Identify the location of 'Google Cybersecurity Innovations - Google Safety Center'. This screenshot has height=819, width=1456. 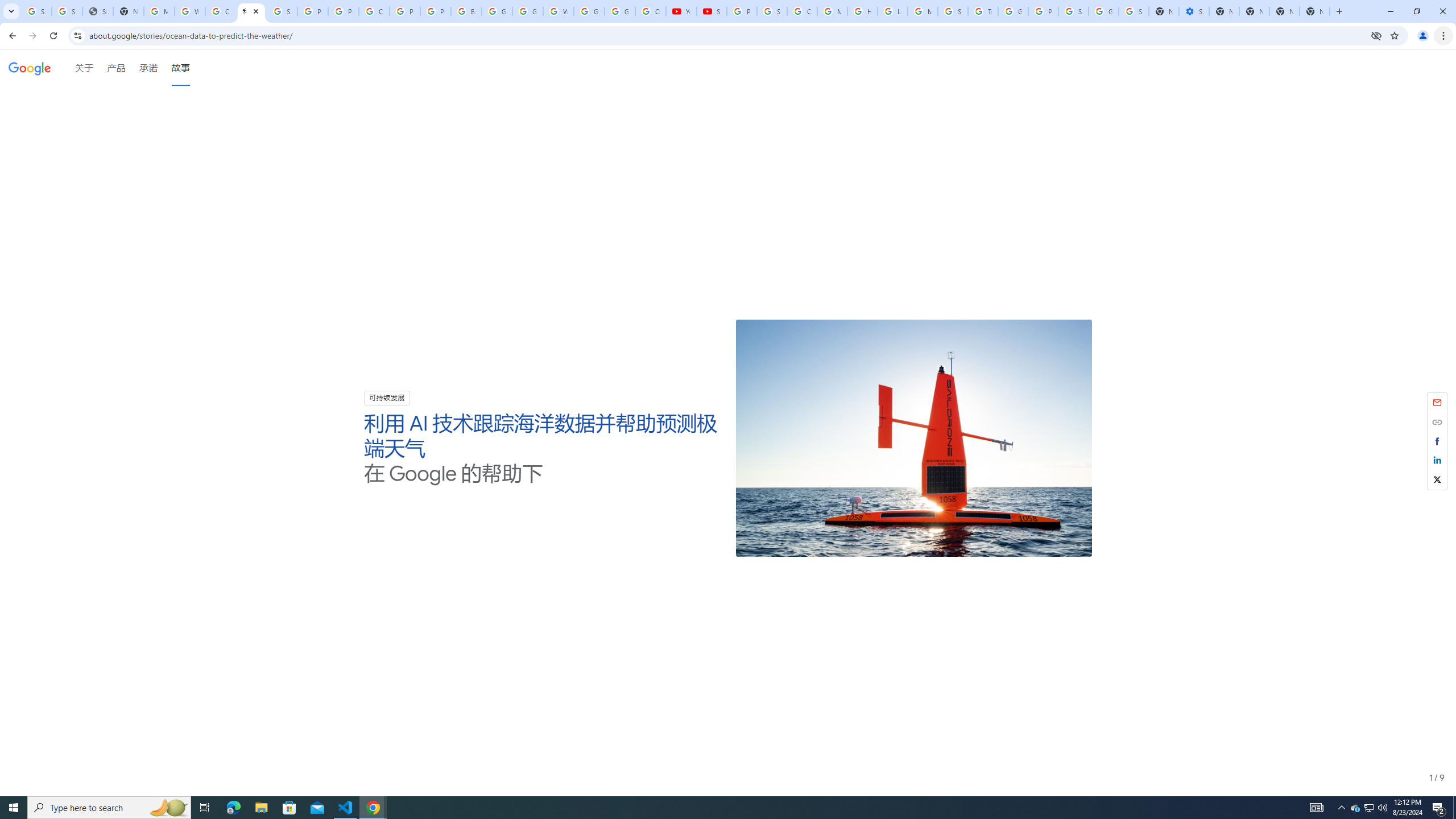
(1103, 11).